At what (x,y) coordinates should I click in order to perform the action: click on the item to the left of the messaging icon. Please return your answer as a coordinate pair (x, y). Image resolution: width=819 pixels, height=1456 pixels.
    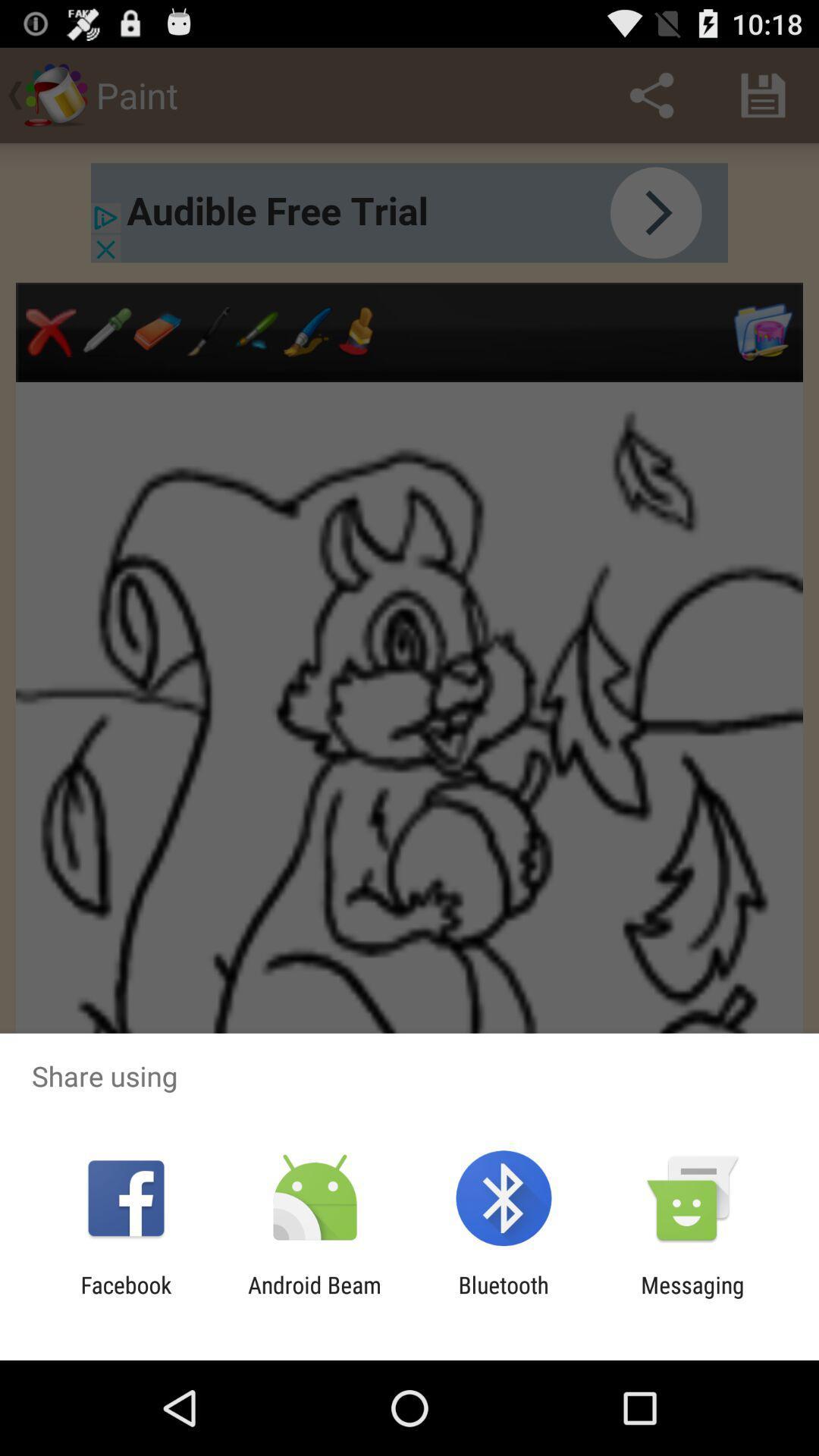
    Looking at the image, I should click on (504, 1298).